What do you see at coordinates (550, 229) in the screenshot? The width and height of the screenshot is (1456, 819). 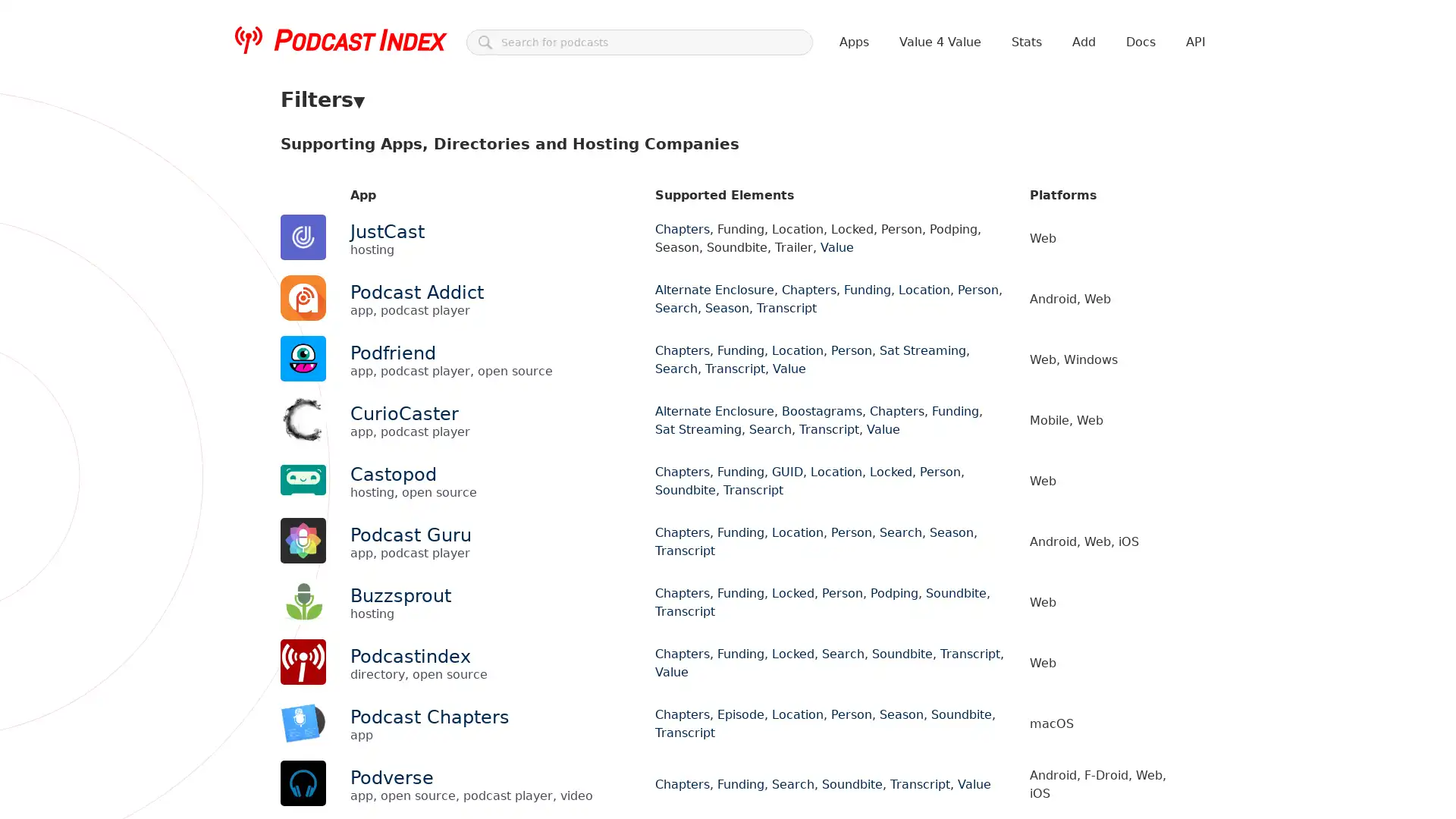 I see `Chapters` at bounding box center [550, 229].